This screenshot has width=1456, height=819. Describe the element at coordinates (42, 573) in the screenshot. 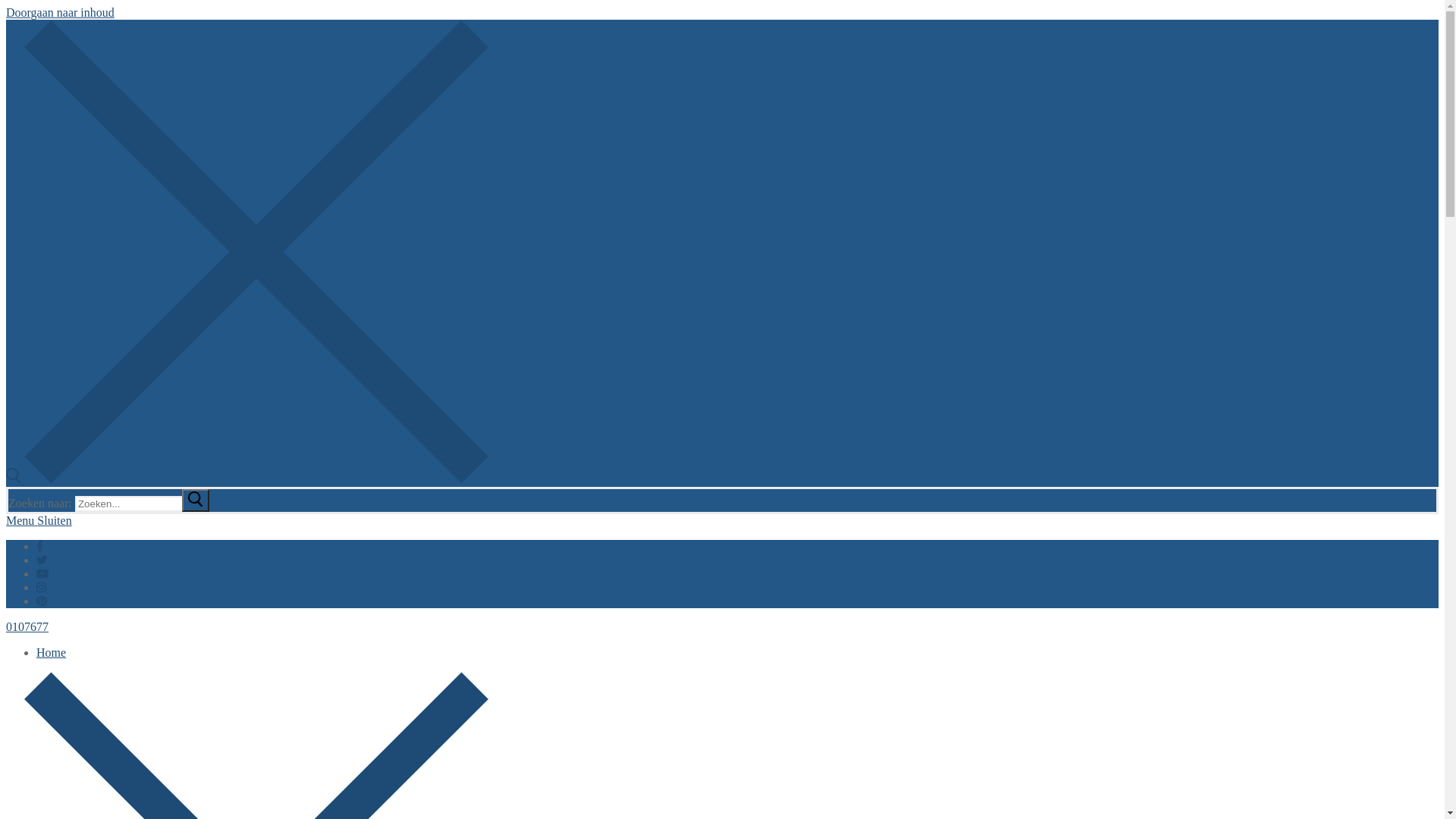

I see `'Youtube'` at that location.